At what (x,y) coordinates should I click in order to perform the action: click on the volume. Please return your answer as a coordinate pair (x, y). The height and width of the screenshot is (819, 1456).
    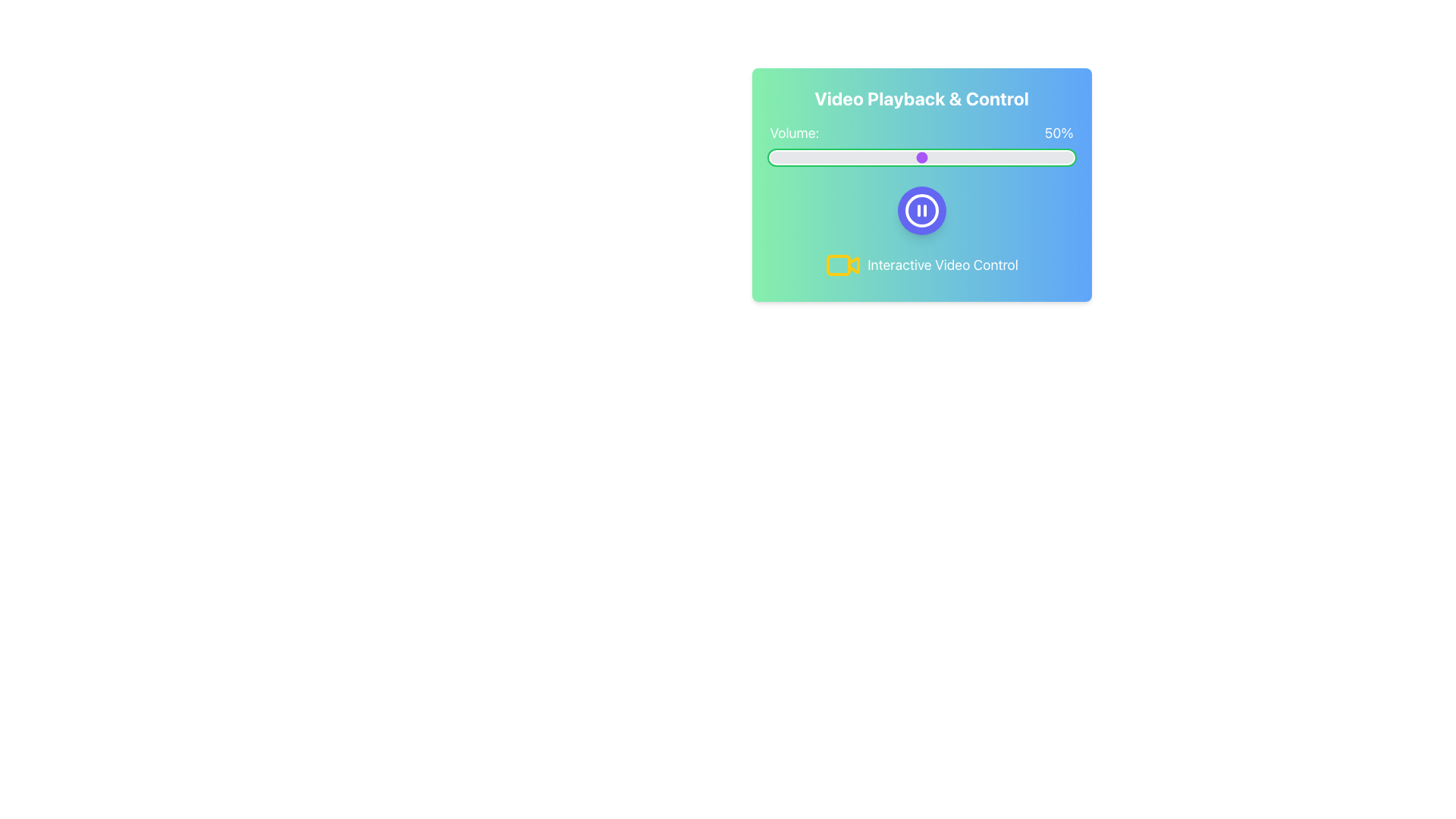
    Looking at the image, I should click on (1048, 158).